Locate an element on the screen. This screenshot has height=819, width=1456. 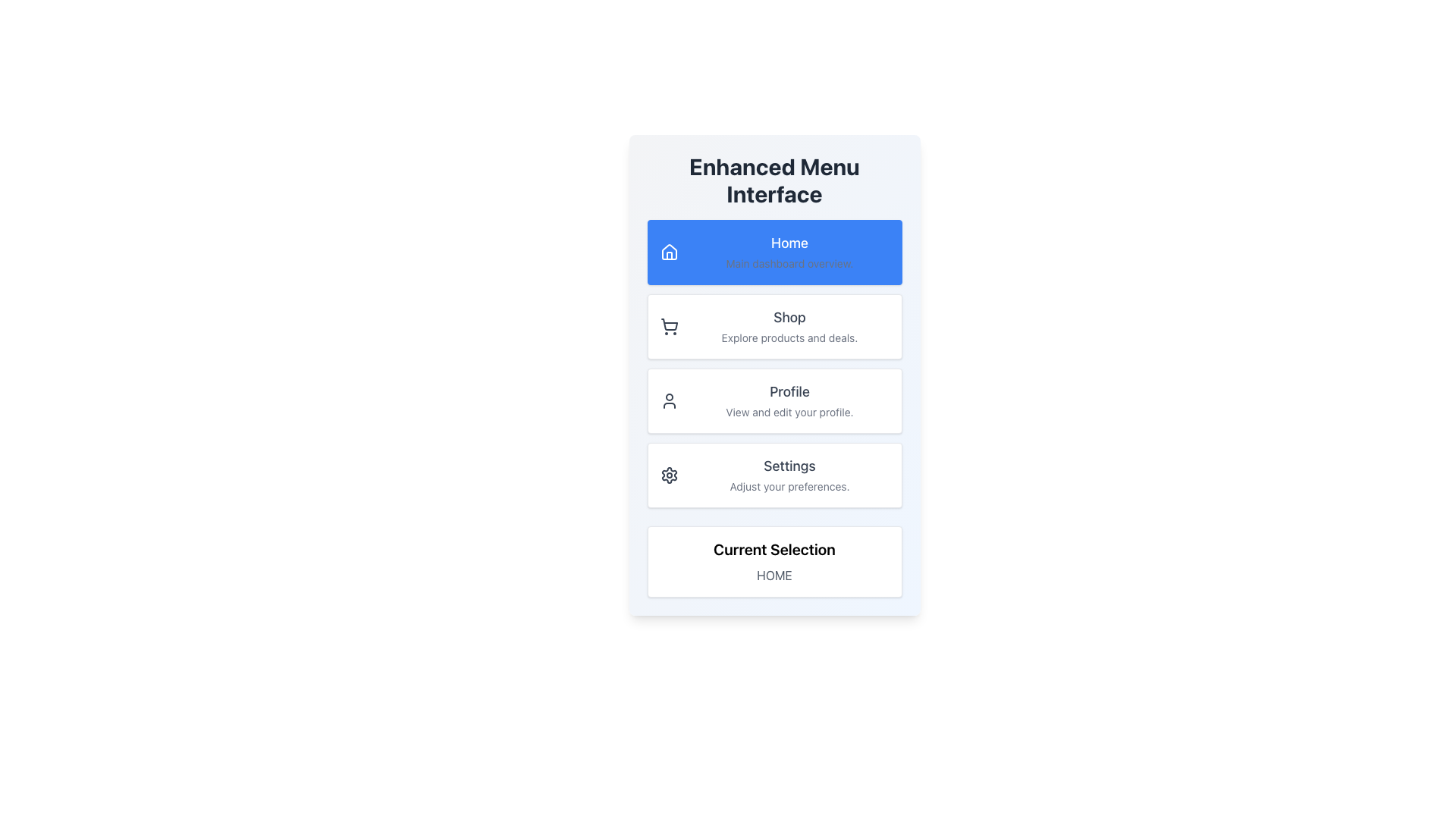
keyboard navigation is located at coordinates (668, 251).